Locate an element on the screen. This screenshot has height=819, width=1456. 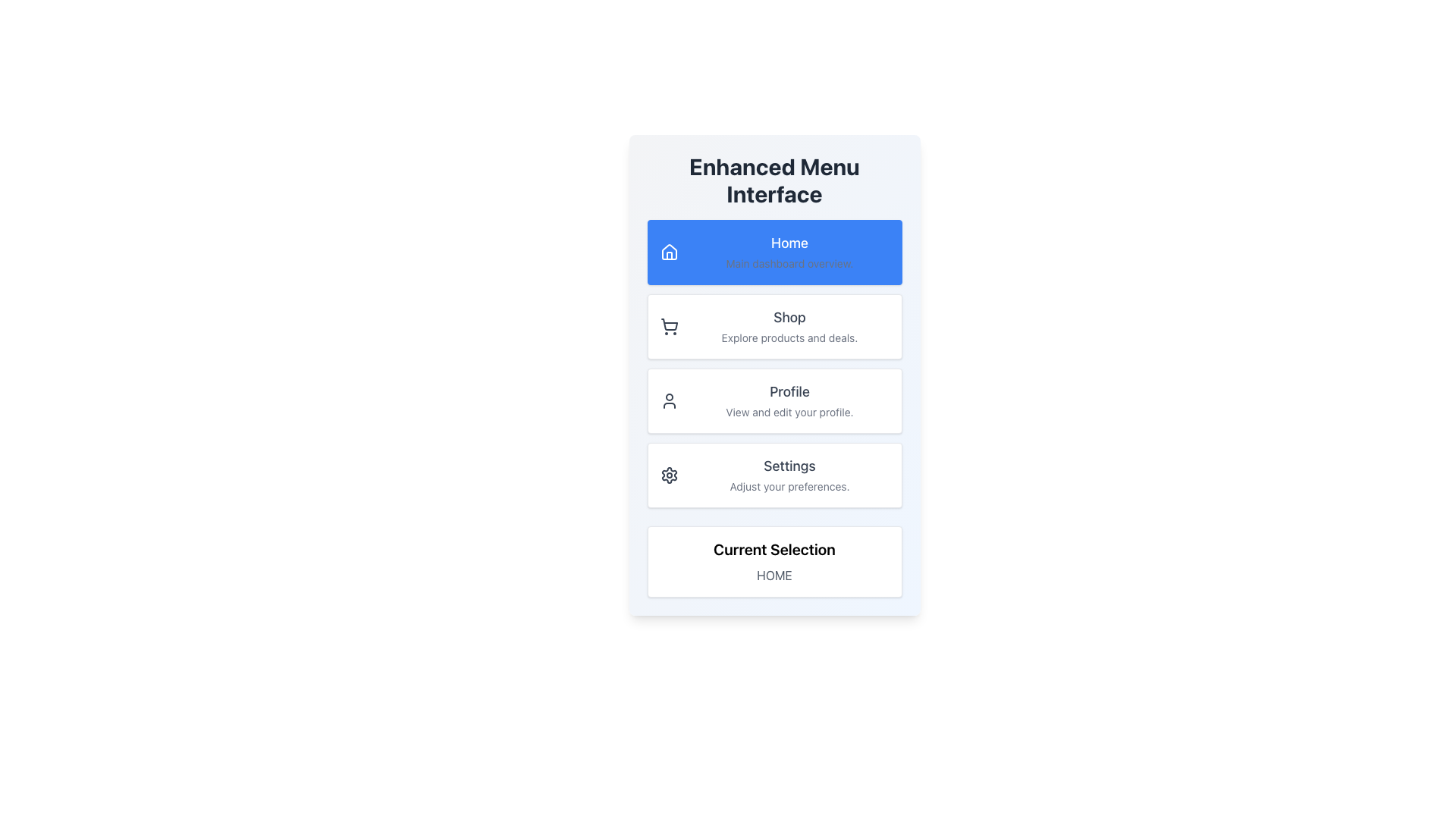
keyboard navigation is located at coordinates (668, 251).